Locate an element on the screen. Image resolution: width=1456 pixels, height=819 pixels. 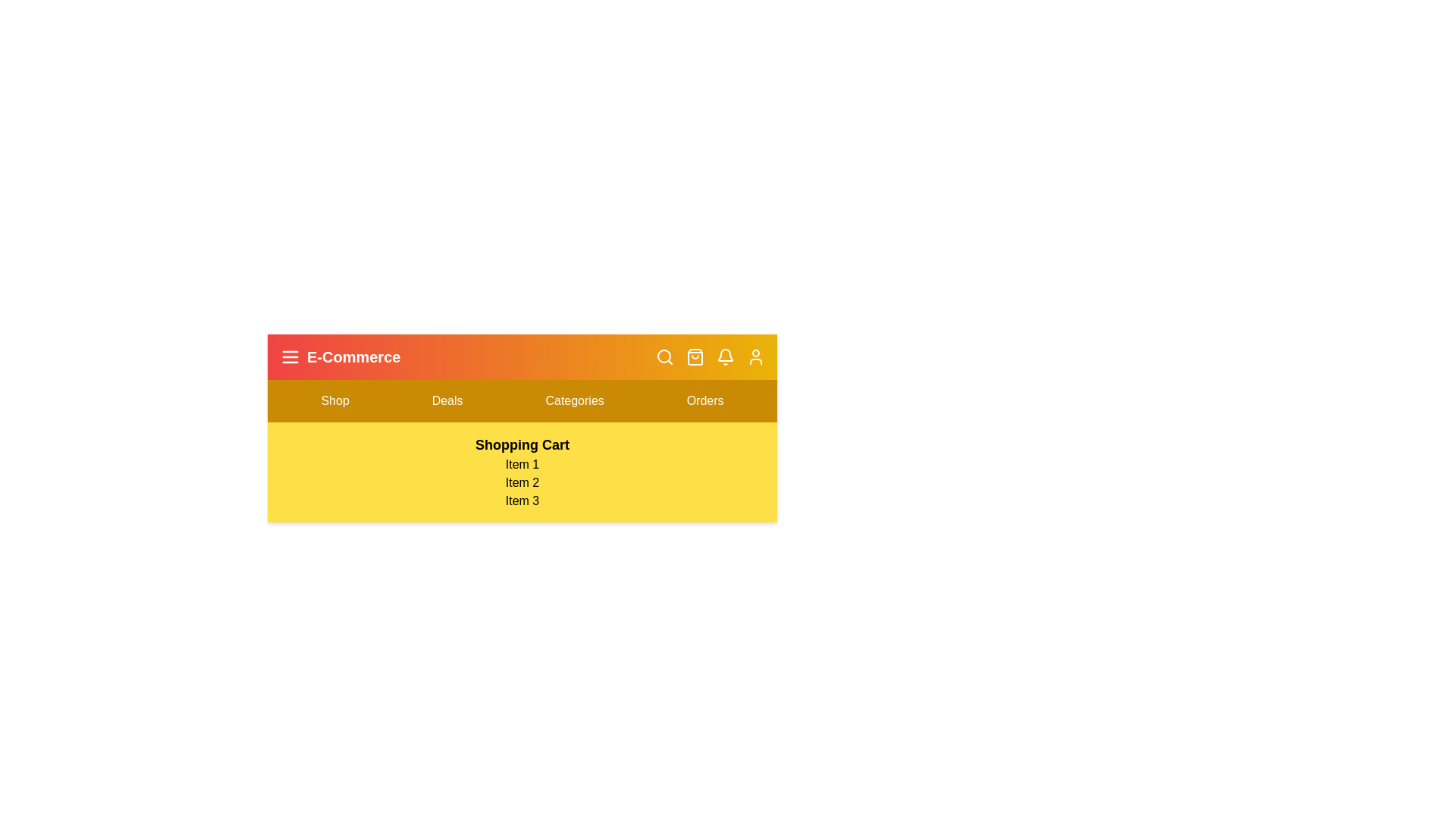
the user profile icon is located at coordinates (756, 356).